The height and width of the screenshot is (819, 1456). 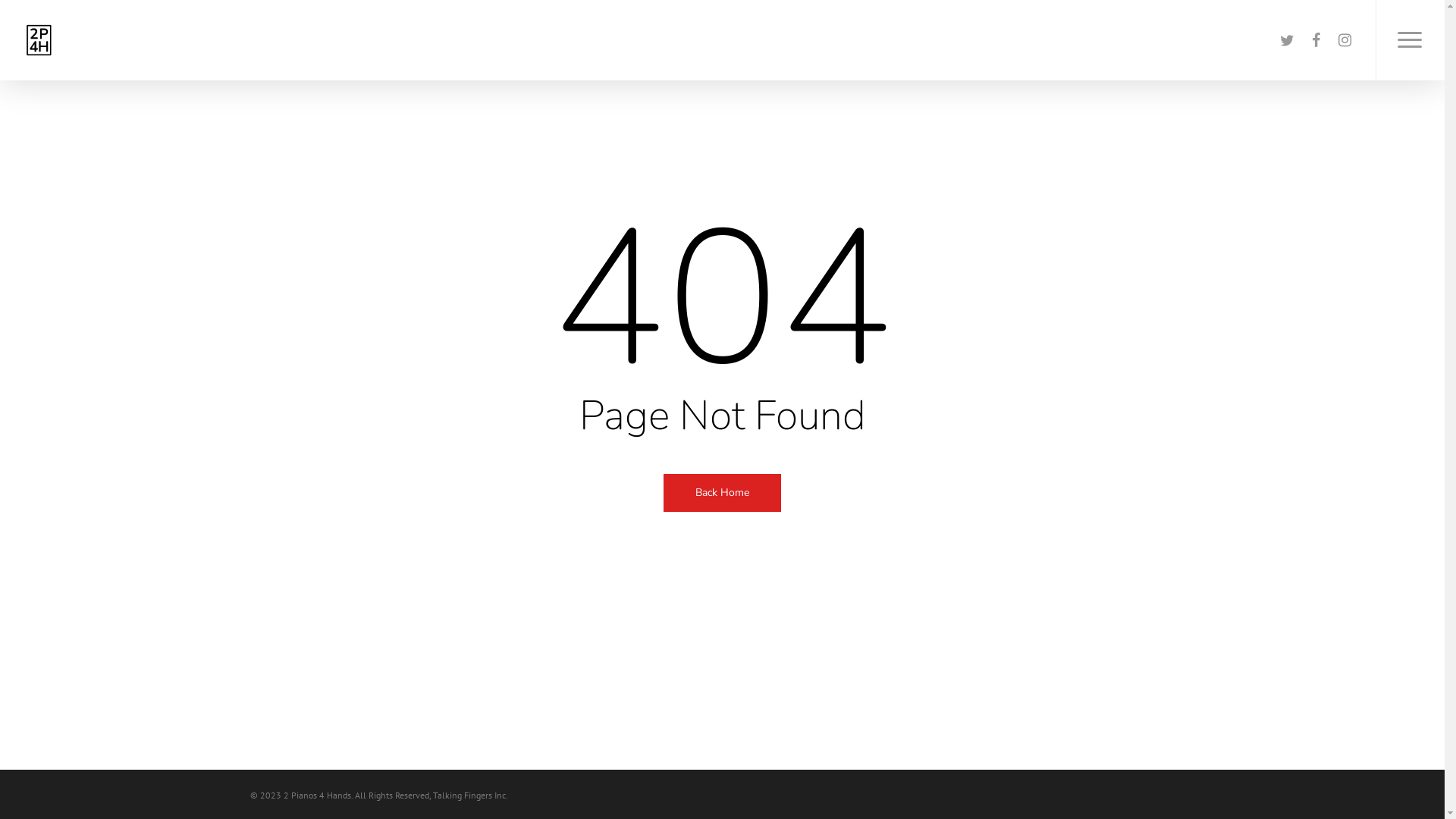 I want to click on 'Menu', so click(x=1376, y=39).